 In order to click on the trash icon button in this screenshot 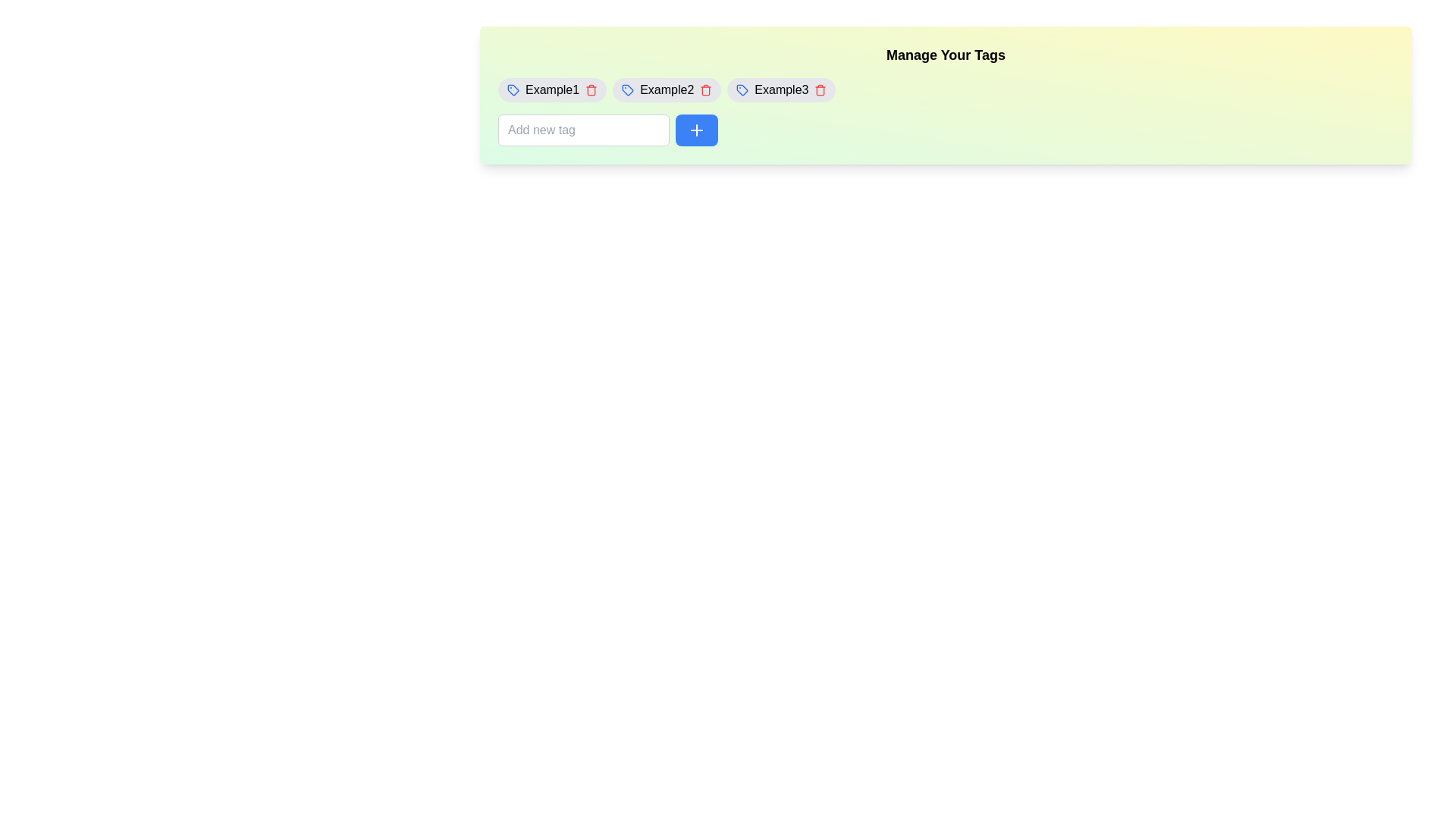, I will do `click(591, 90)`.